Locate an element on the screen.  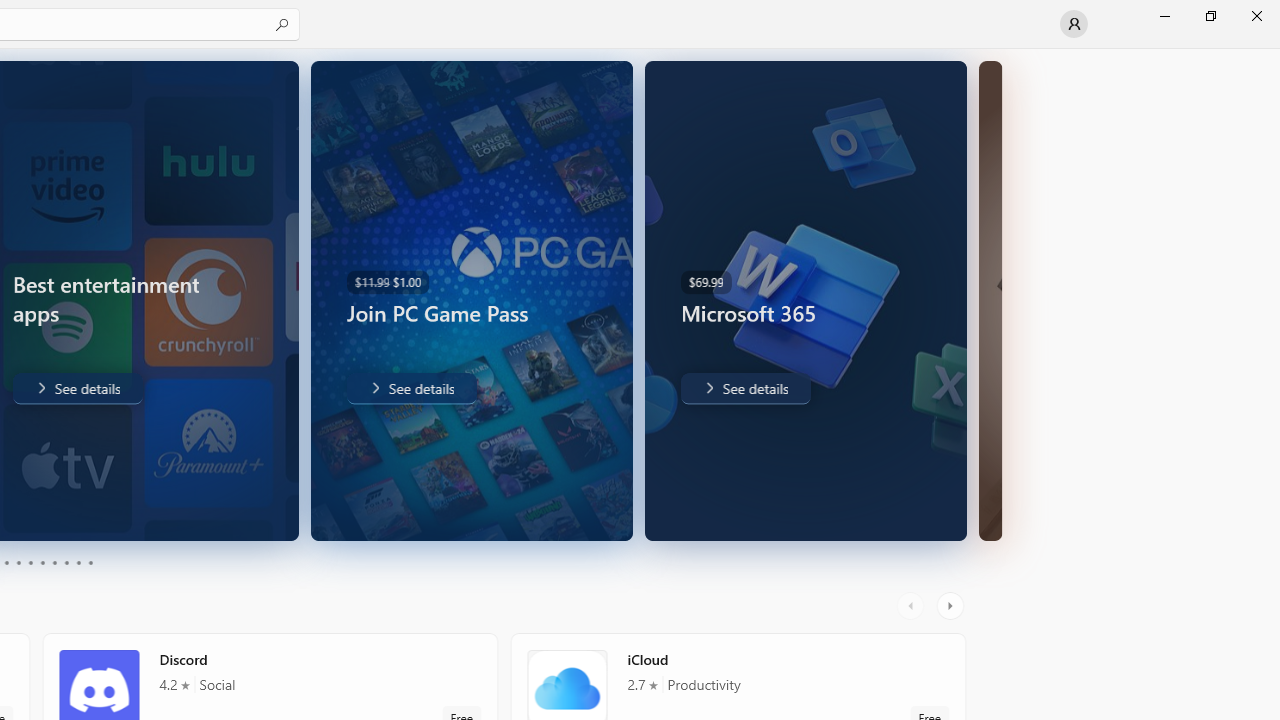
'Page 10' is located at coordinates (89, 563).